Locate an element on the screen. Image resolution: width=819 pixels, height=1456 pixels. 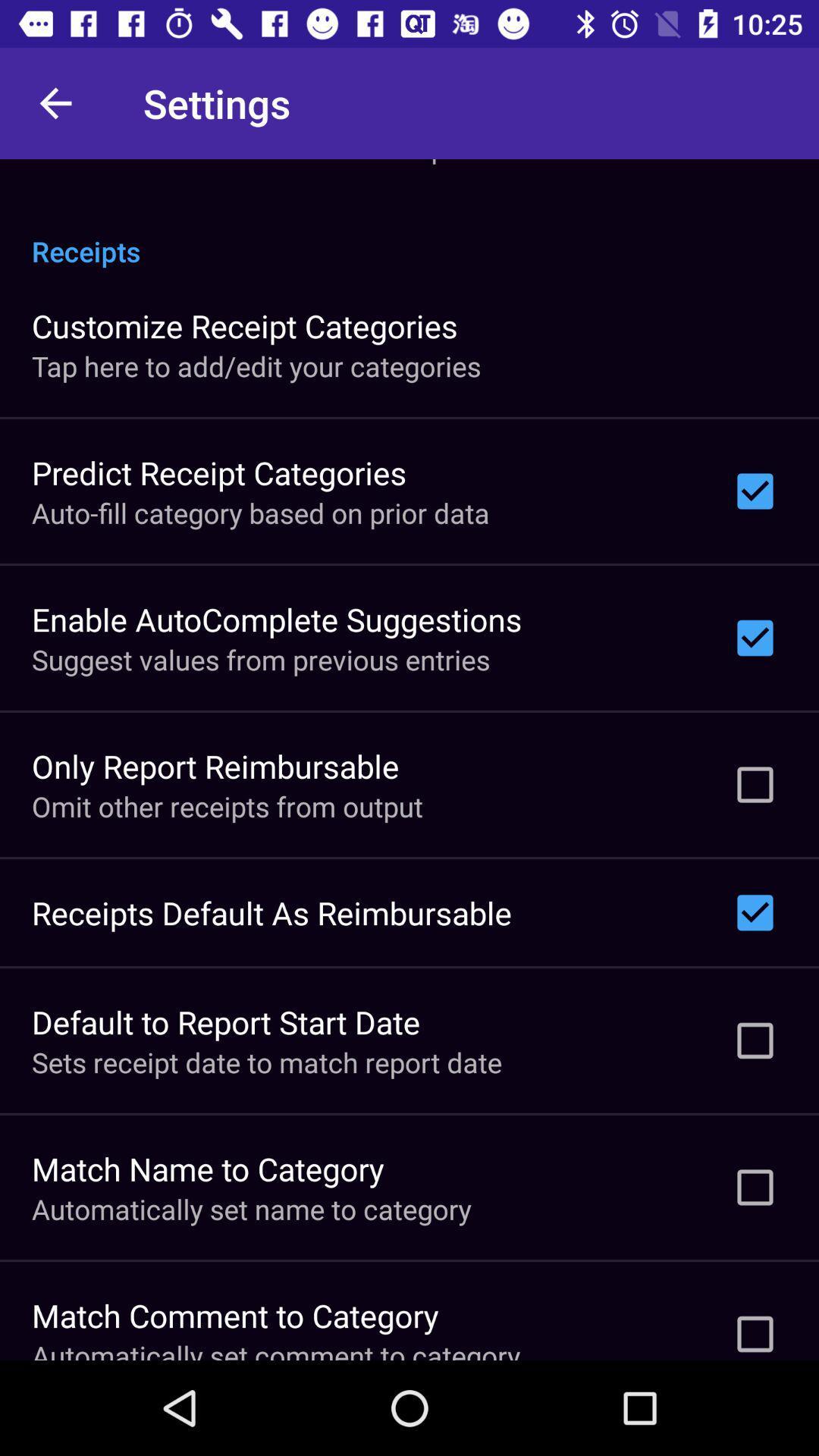
icon above enable autocomplete suggestions item is located at coordinates (259, 513).